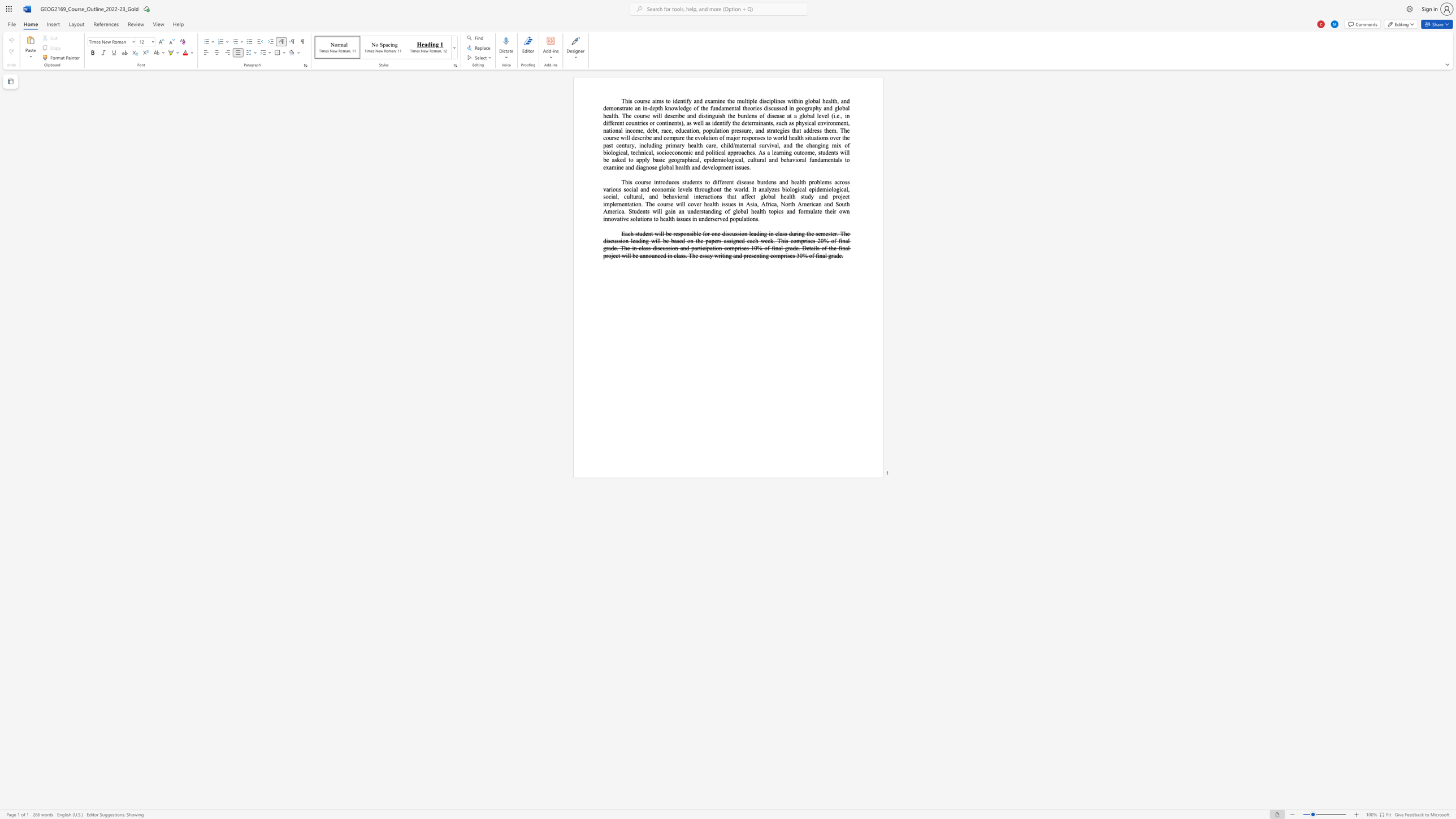 The height and width of the screenshot is (819, 1456). What do you see at coordinates (619, 167) in the screenshot?
I see `the 4th character "n" in the text` at bounding box center [619, 167].